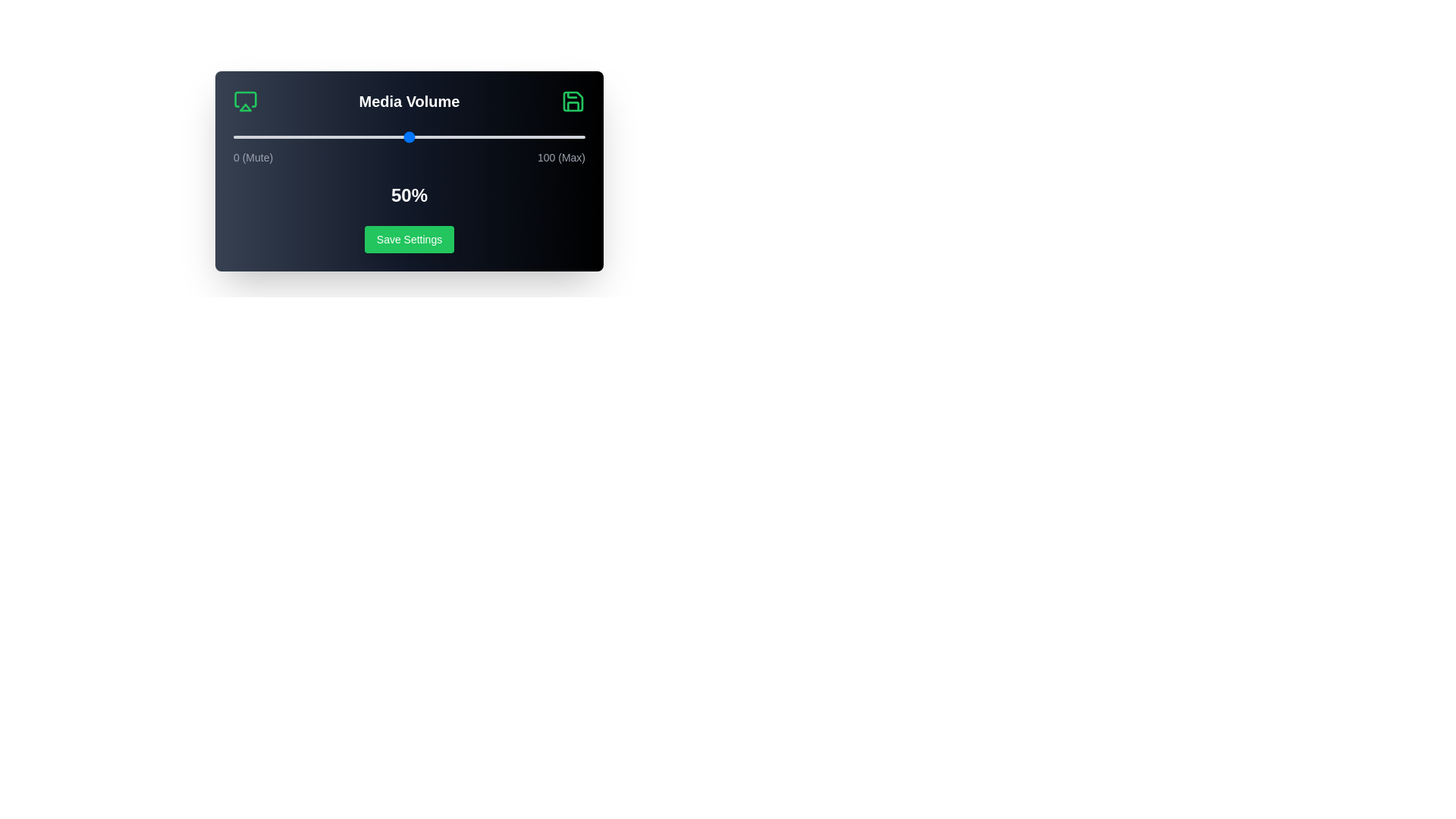  What do you see at coordinates (577, 137) in the screenshot?
I see `the volume slider to 98%` at bounding box center [577, 137].